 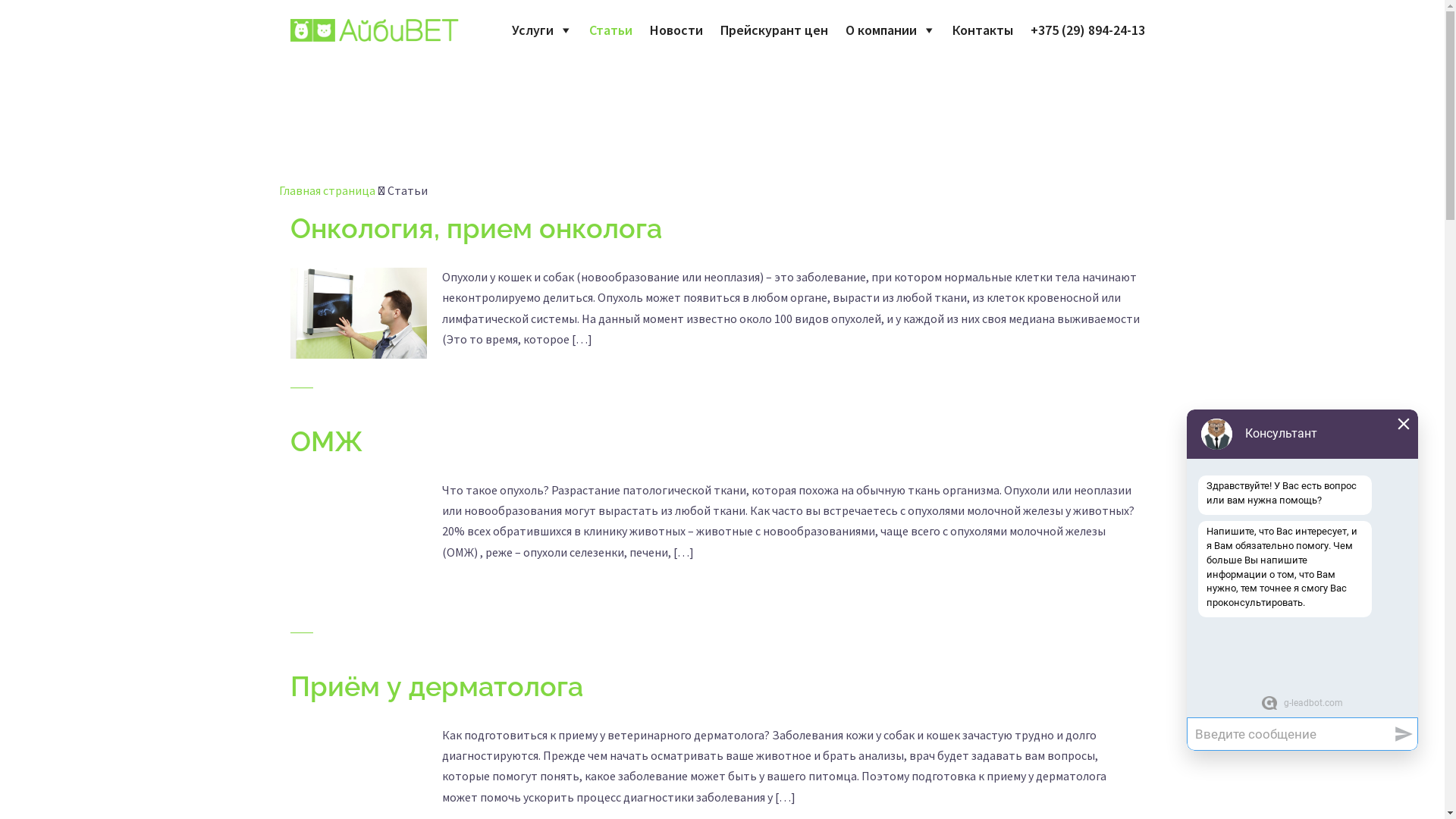 What do you see at coordinates (0, 0) in the screenshot?
I see `'Skip to content'` at bounding box center [0, 0].